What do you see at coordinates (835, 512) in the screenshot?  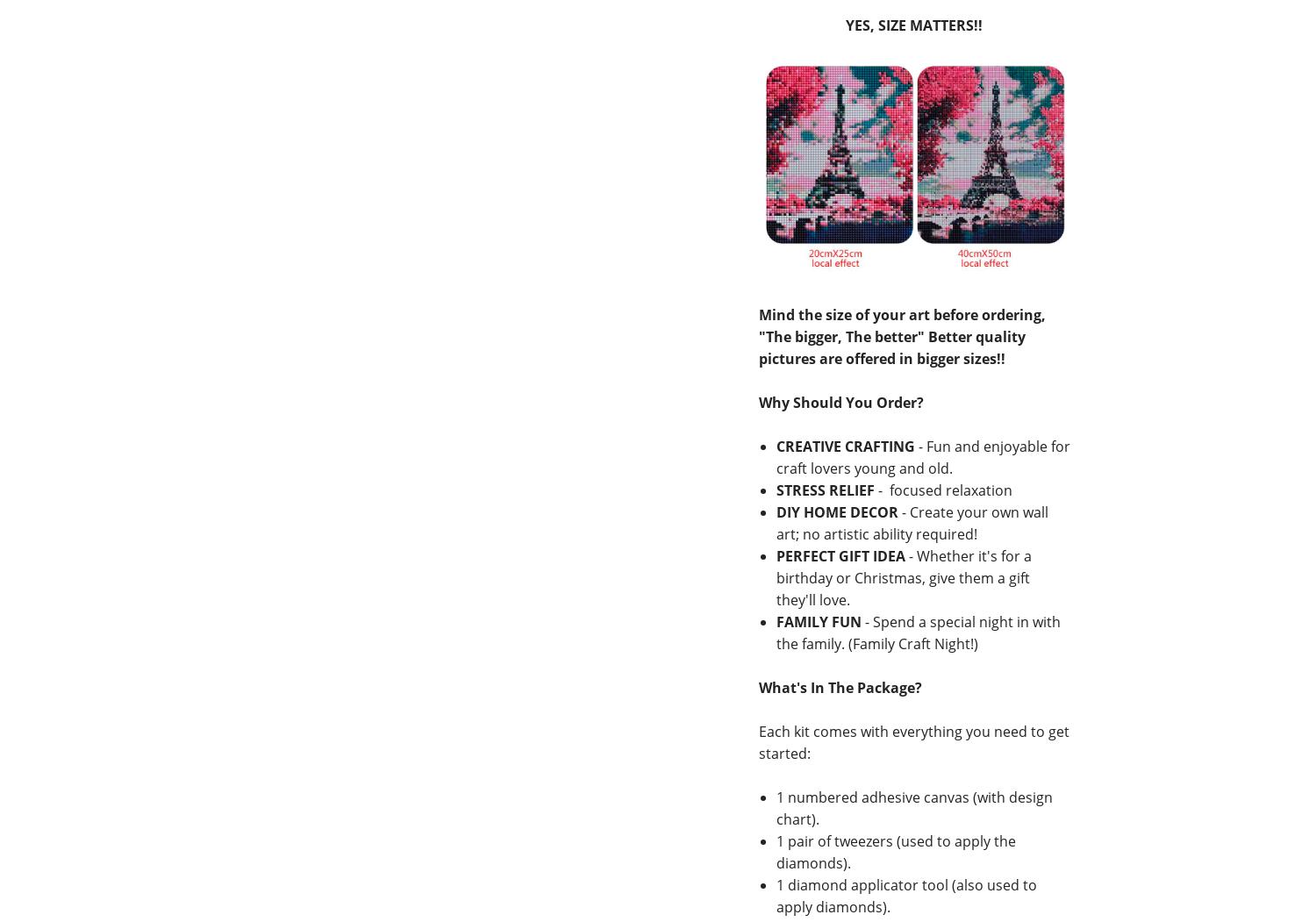 I see `'DIY HOME DECOR'` at bounding box center [835, 512].